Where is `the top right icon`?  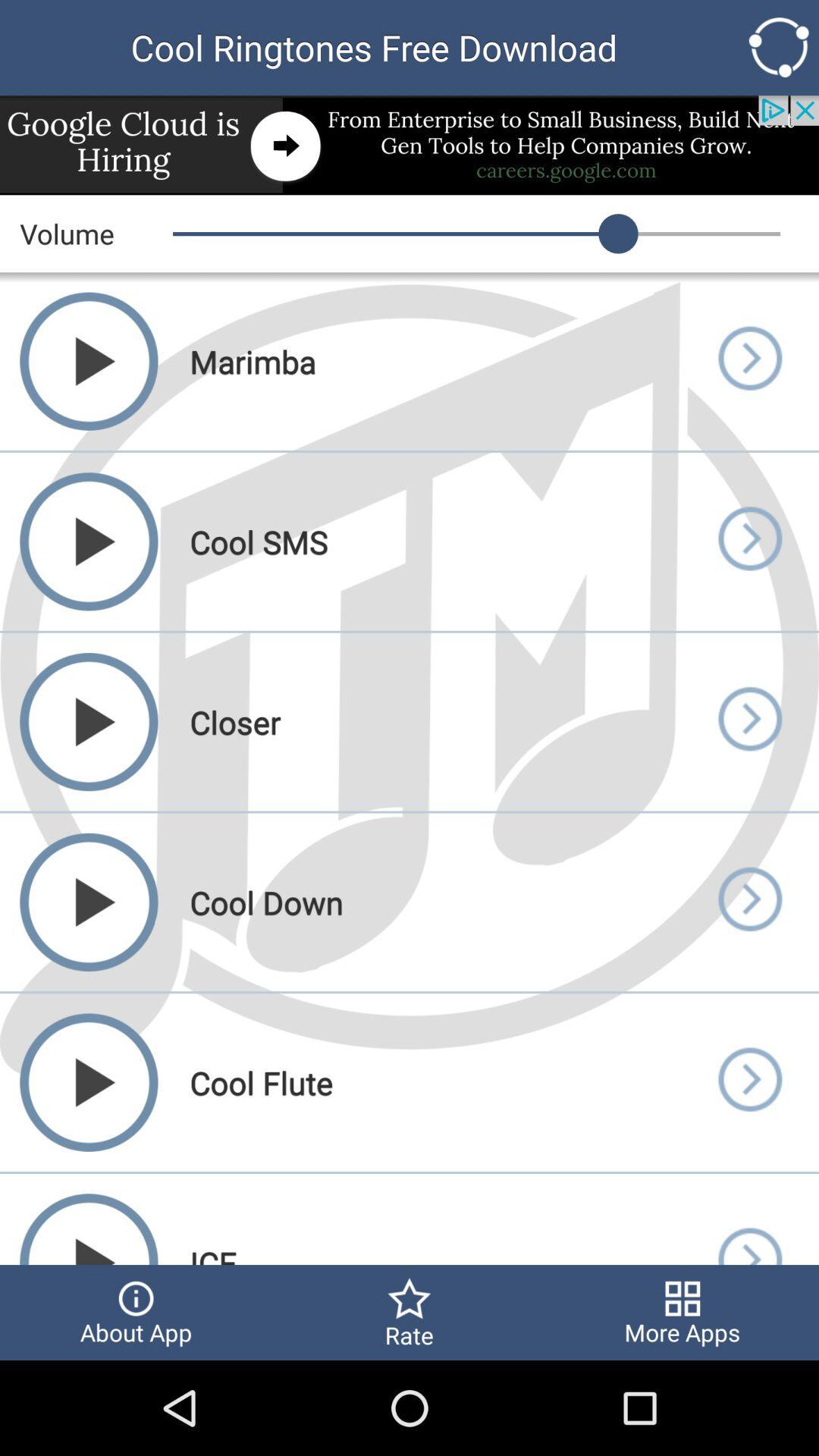
the top right icon is located at coordinates (779, 47).